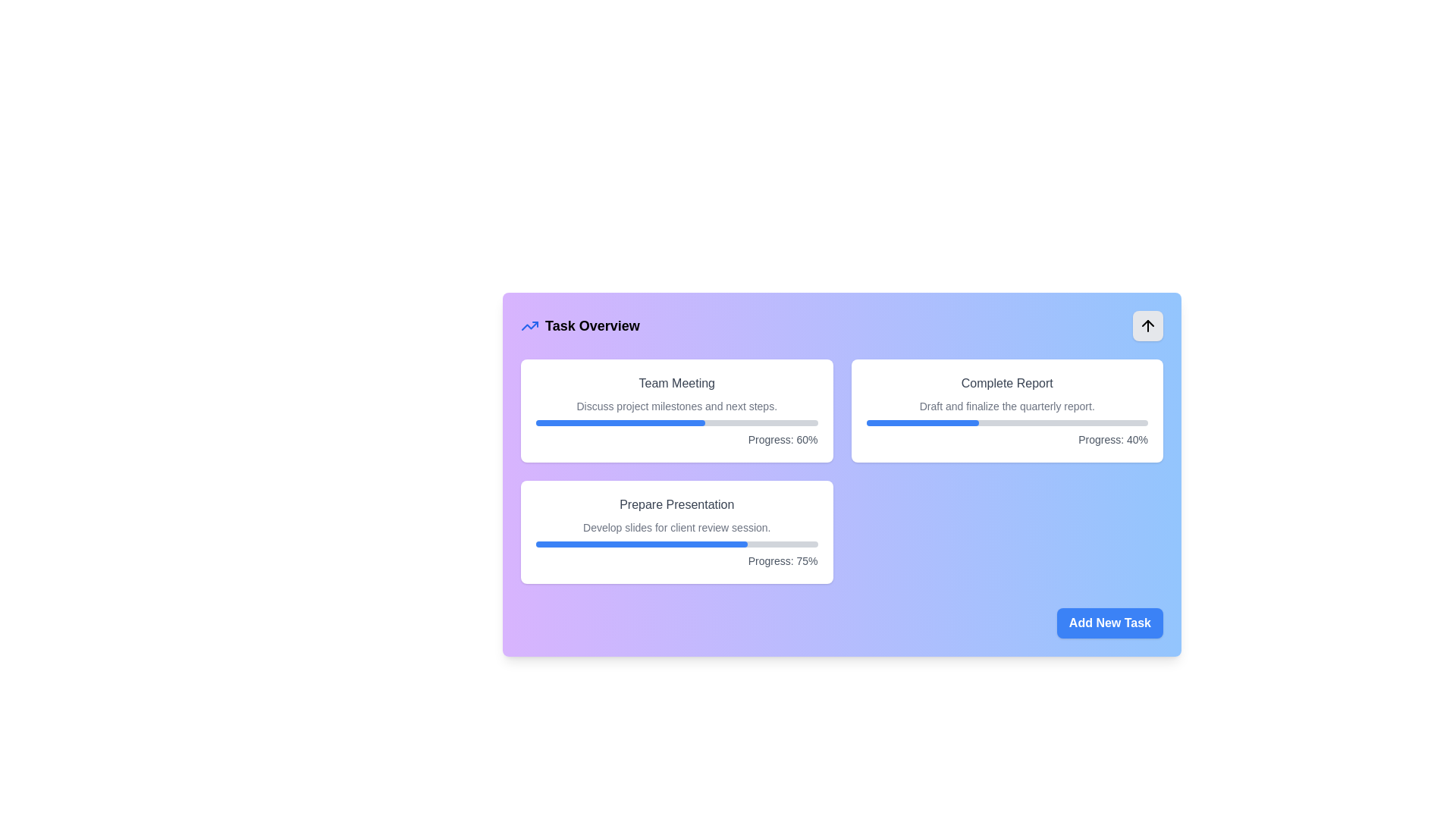  I want to click on the descriptive text label providing details for the task 'Complete Report', which is positioned below the title and above the progress bar, so click(1007, 406).